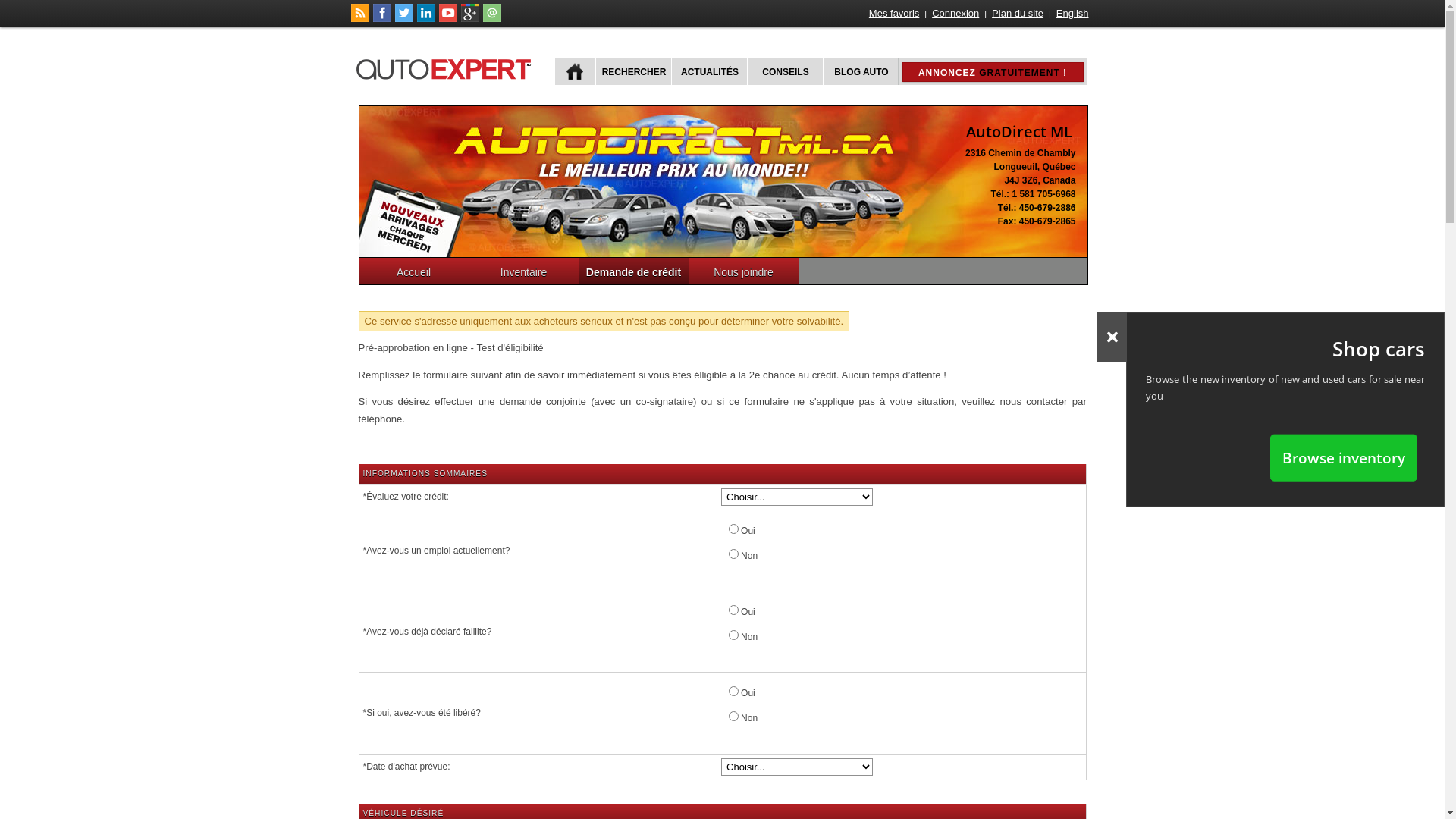 The height and width of the screenshot is (819, 1456). What do you see at coordinates (632, 71) in the screenshot?
I see `'RECHERCHER'` at bounding box center [632, 71].